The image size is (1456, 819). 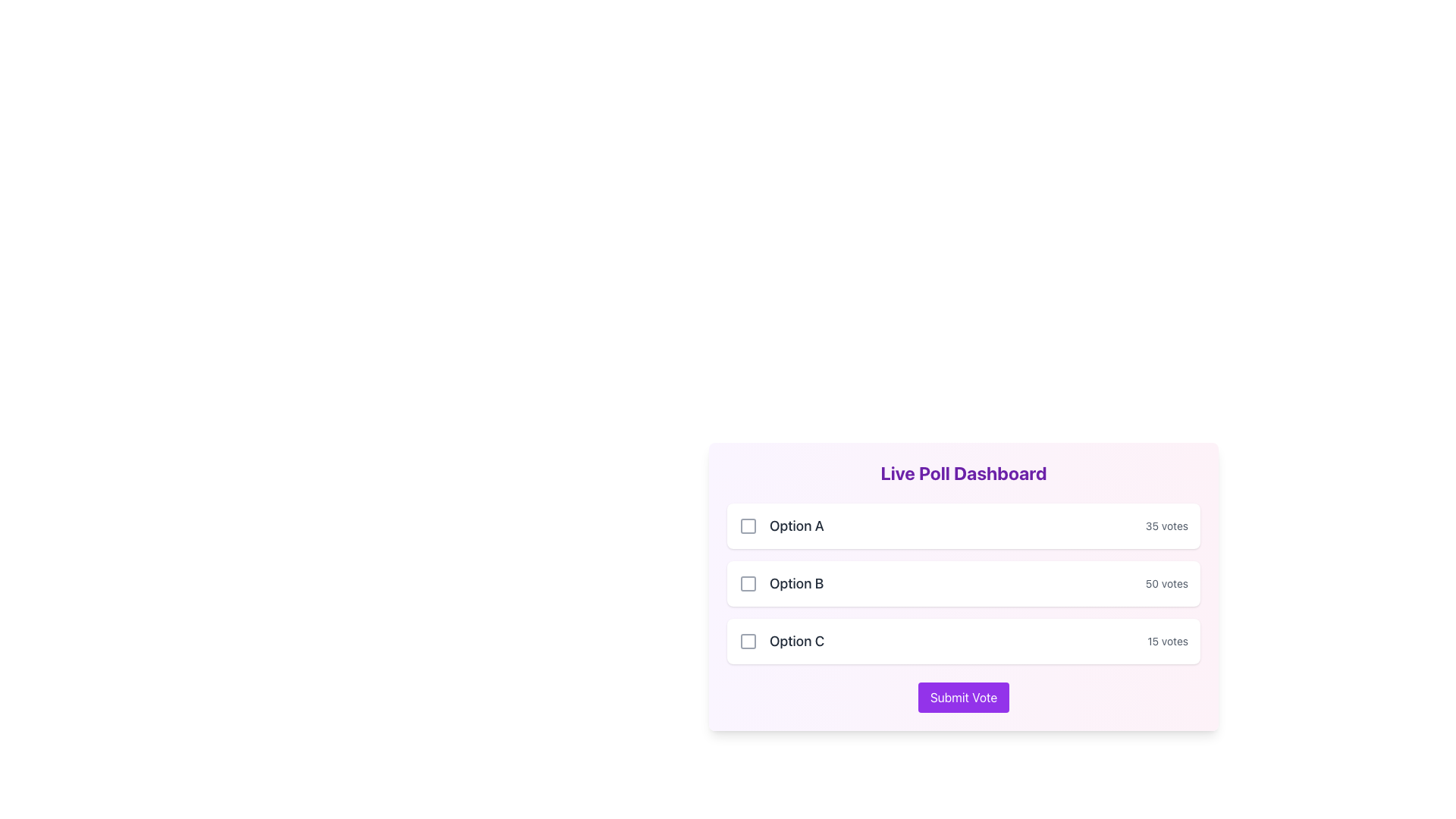 What do you see at coordinates (781, 526) in the screenshot?
I see `the 'Option A' text label to interact with the associated checkbox option in the poll interface` at bounding box center [781, 526].